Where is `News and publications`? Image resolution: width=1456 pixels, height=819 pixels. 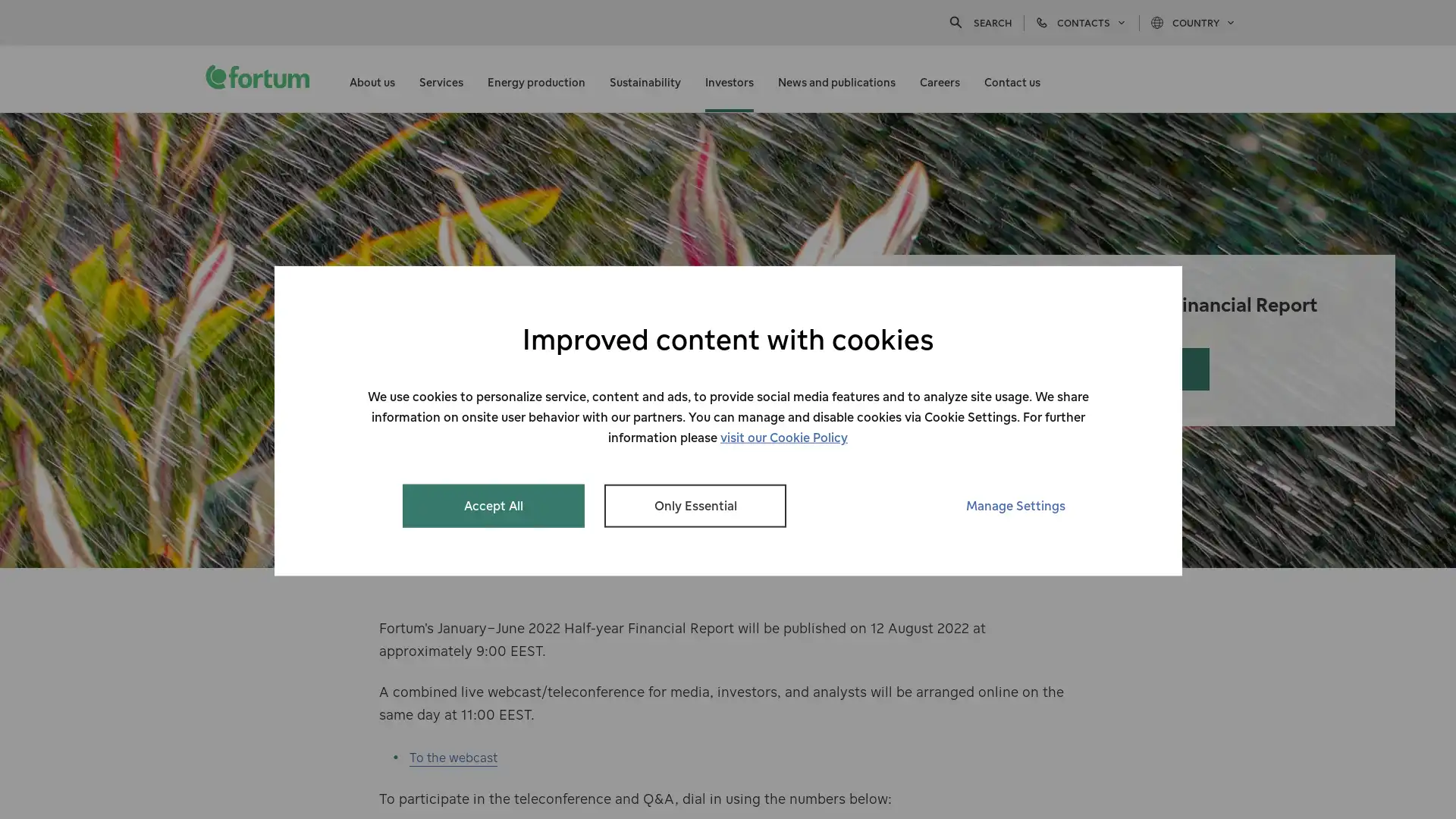
News and publications is located at coordinates (836, 79).